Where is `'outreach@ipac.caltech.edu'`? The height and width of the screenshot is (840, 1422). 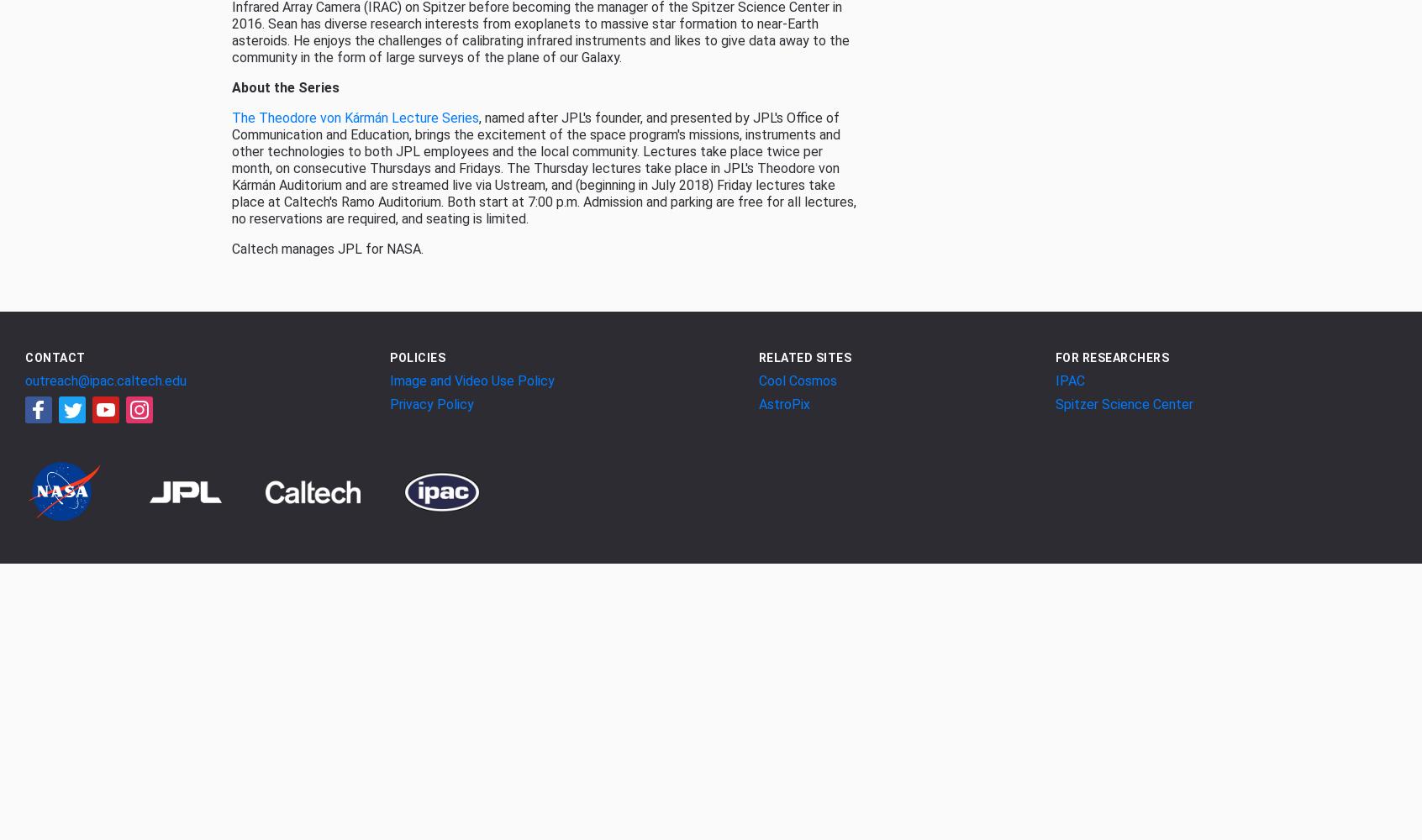
'outreach@ipac.caltech.edu' is located at coordinates (106, 379).